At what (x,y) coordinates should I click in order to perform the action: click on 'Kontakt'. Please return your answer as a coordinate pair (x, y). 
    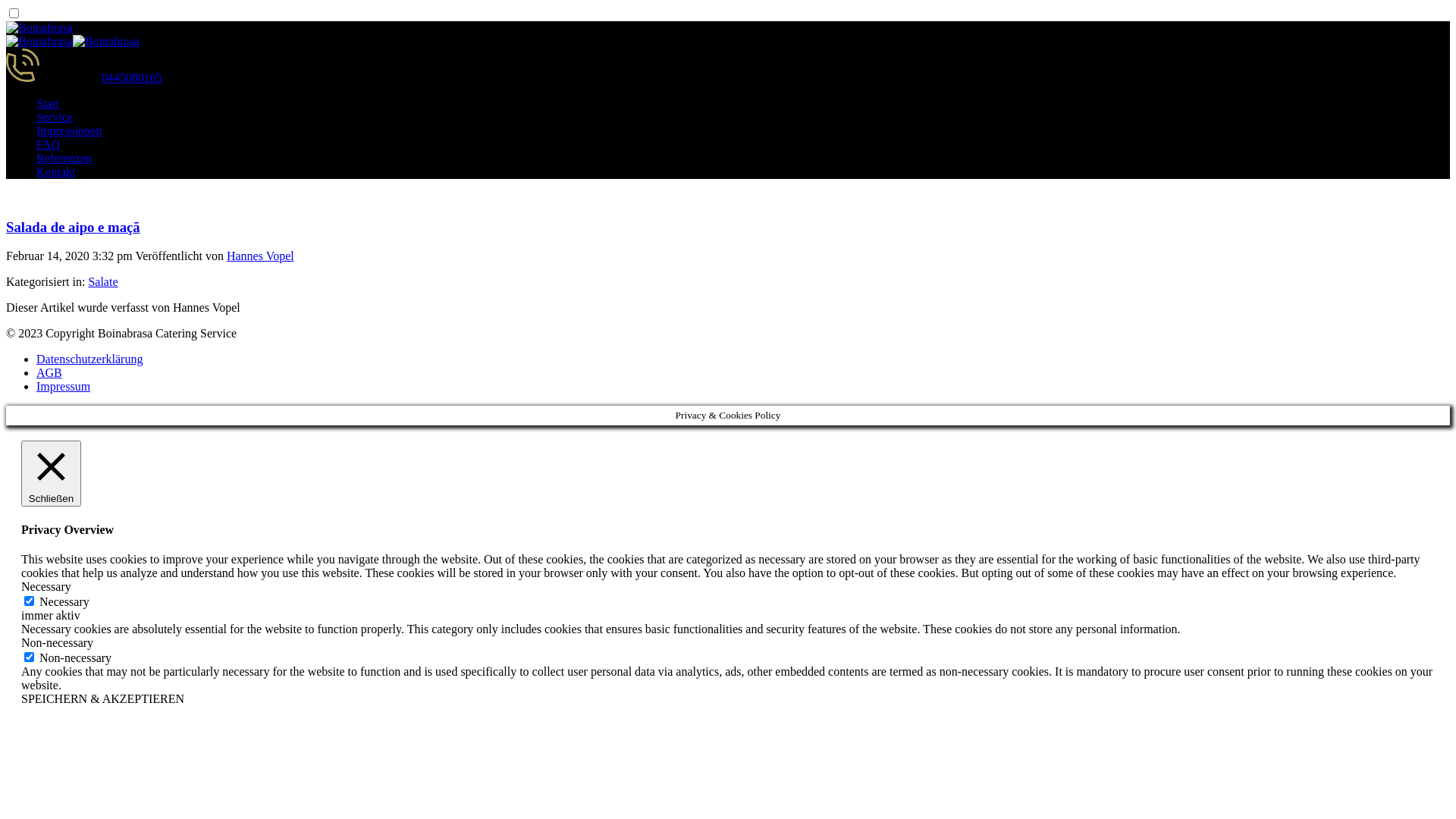
    Looking at the image, I should click on (36, 171).